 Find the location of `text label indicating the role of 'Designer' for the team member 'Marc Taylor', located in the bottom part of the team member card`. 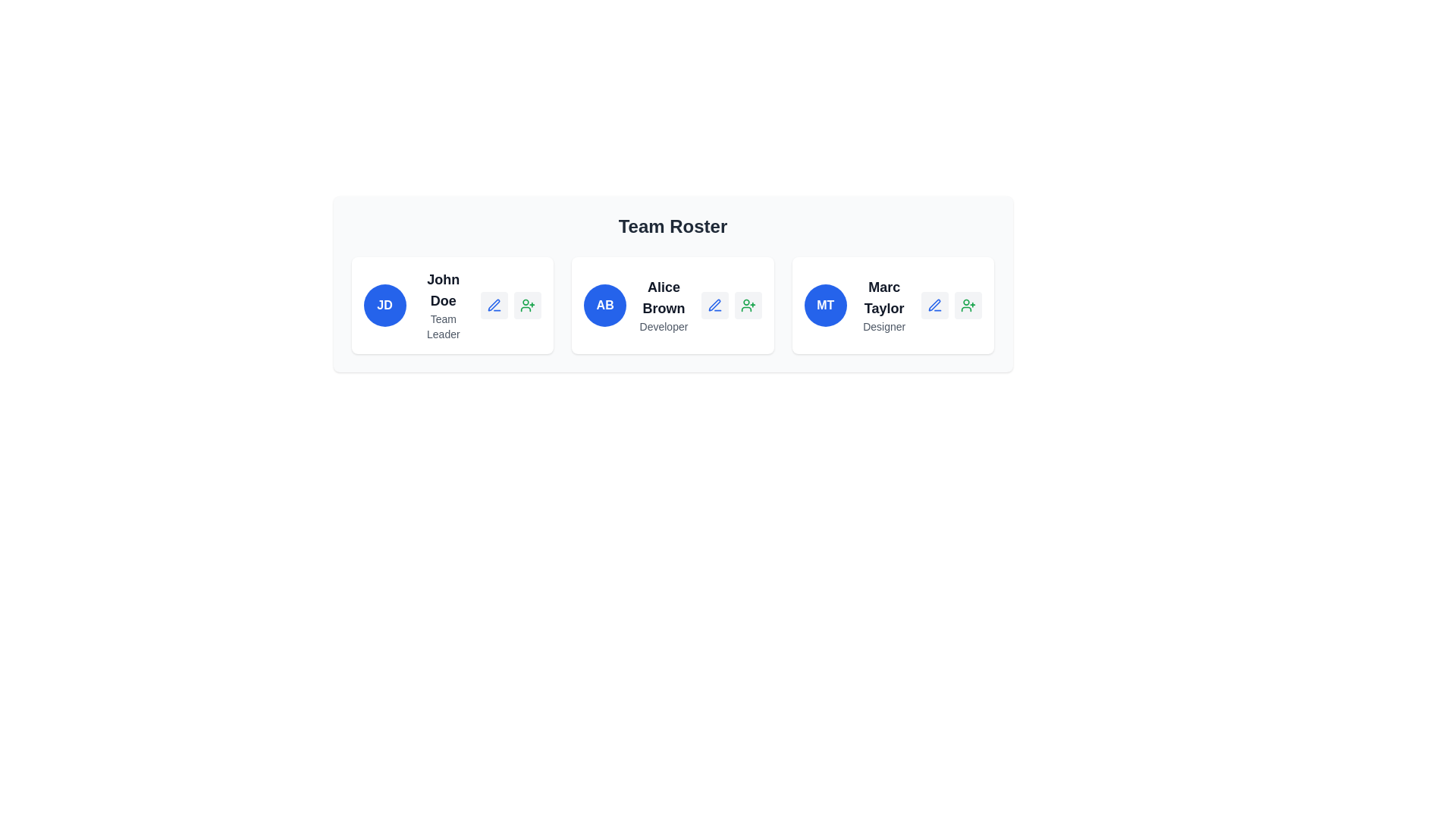

text label indicating the role of 'Designer' for the team member 'Marc Taylor', located in the bottom part of the team member card is located at coordinates (884, 326).